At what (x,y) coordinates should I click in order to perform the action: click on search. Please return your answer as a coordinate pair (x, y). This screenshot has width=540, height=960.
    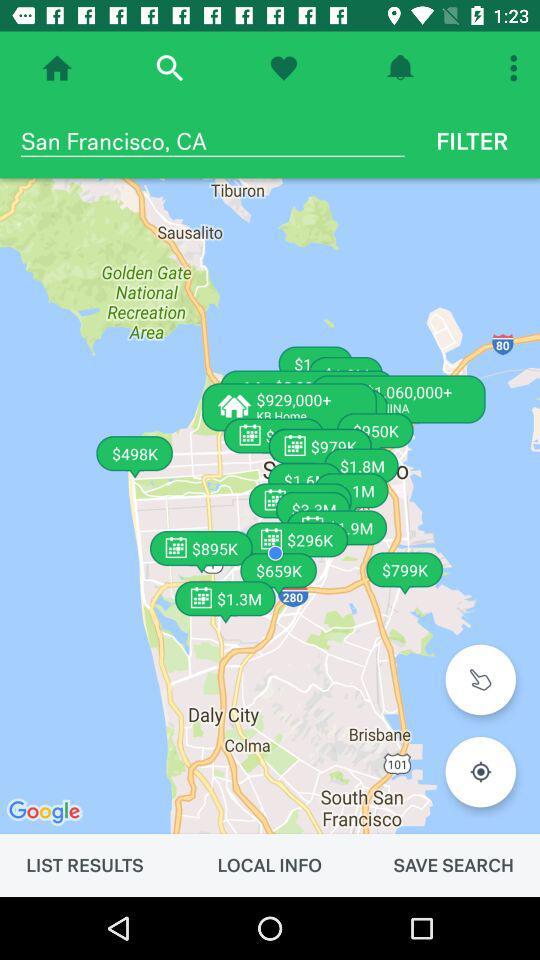
    Looking at the image, I should click on (168, 68).